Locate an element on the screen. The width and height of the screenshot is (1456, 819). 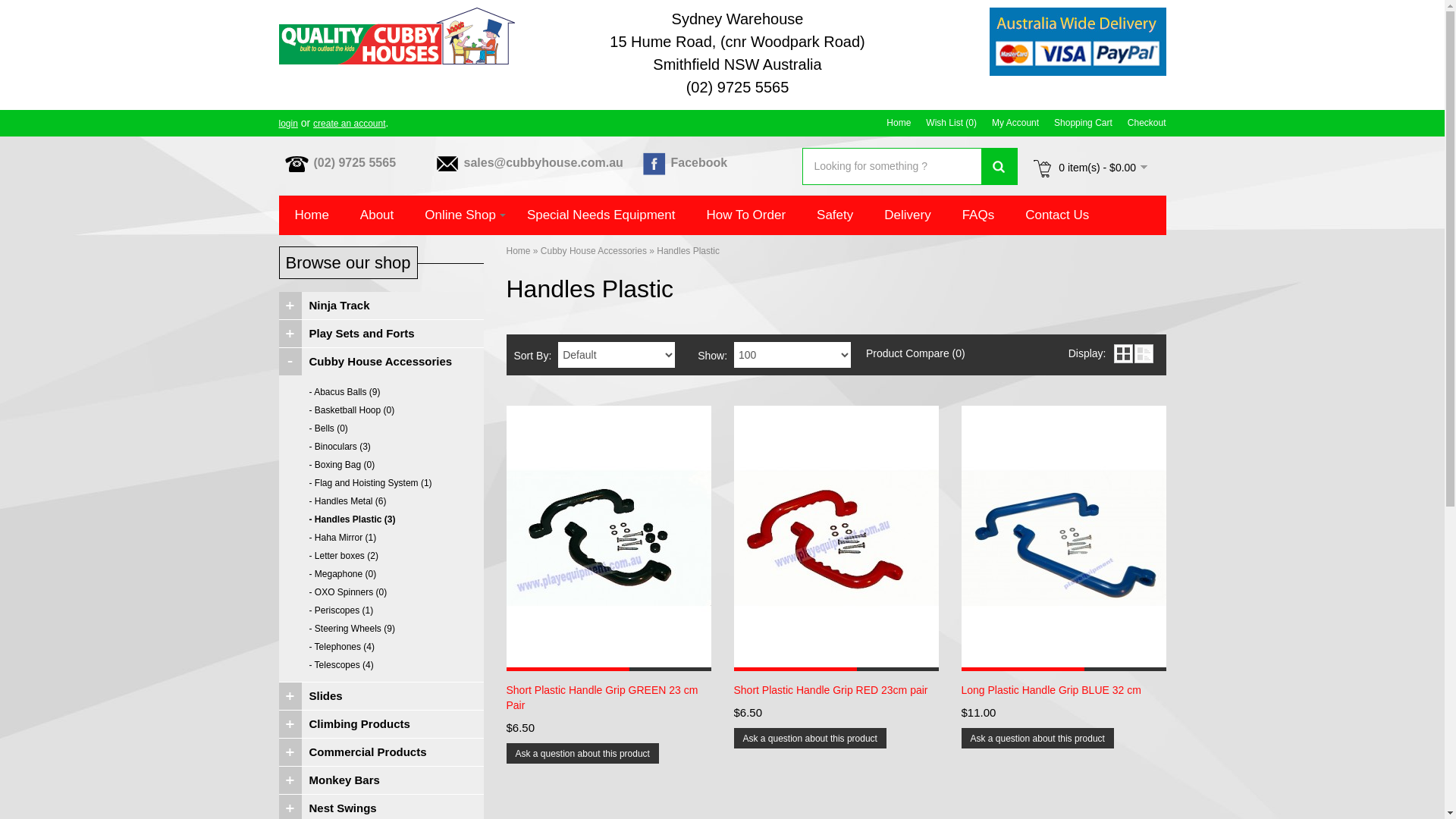
'List' is located at coordinates (1144, 353).